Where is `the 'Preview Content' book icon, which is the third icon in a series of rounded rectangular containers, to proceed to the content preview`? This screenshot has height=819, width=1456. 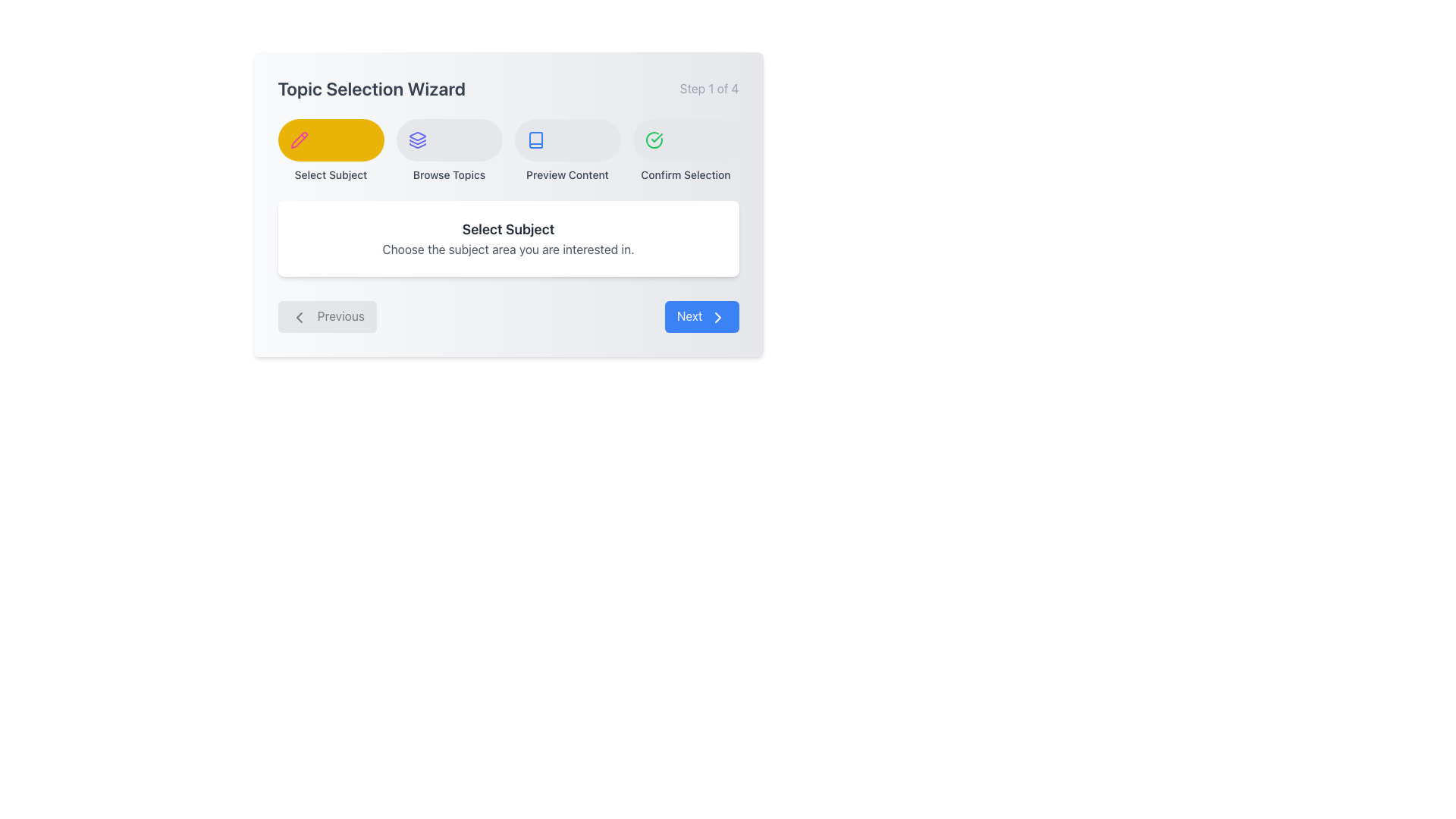 the 'Preview Content' book icon, which is the third icon in a series of rounded rectangular containers, to proceed to the content preview is located at coordinates (535, 140).